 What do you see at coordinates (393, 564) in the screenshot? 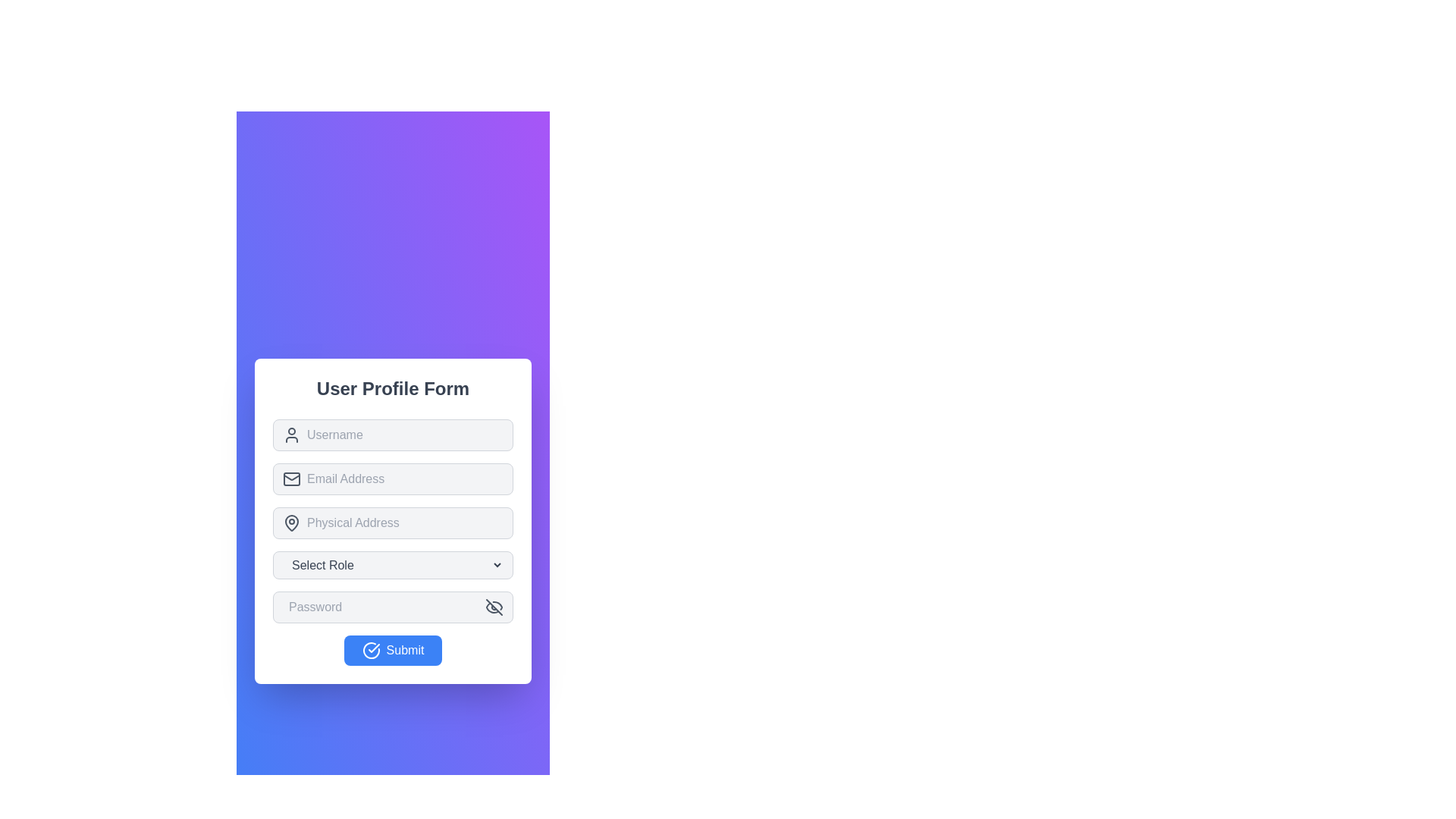
I see `the dropdown menu labeled 'Select Role'` at bounding box center [393, 564].